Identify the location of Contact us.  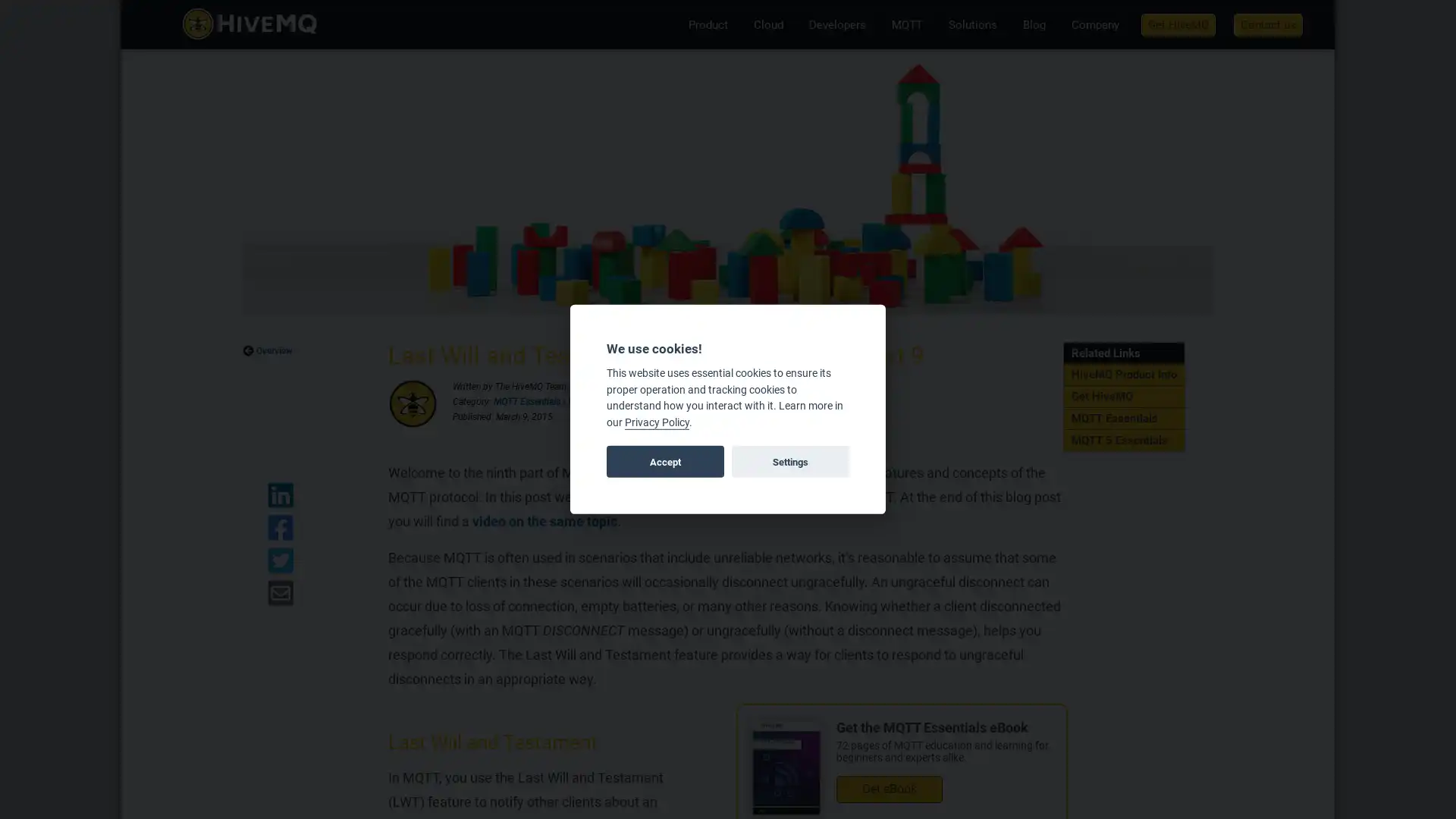
(1268, 24).